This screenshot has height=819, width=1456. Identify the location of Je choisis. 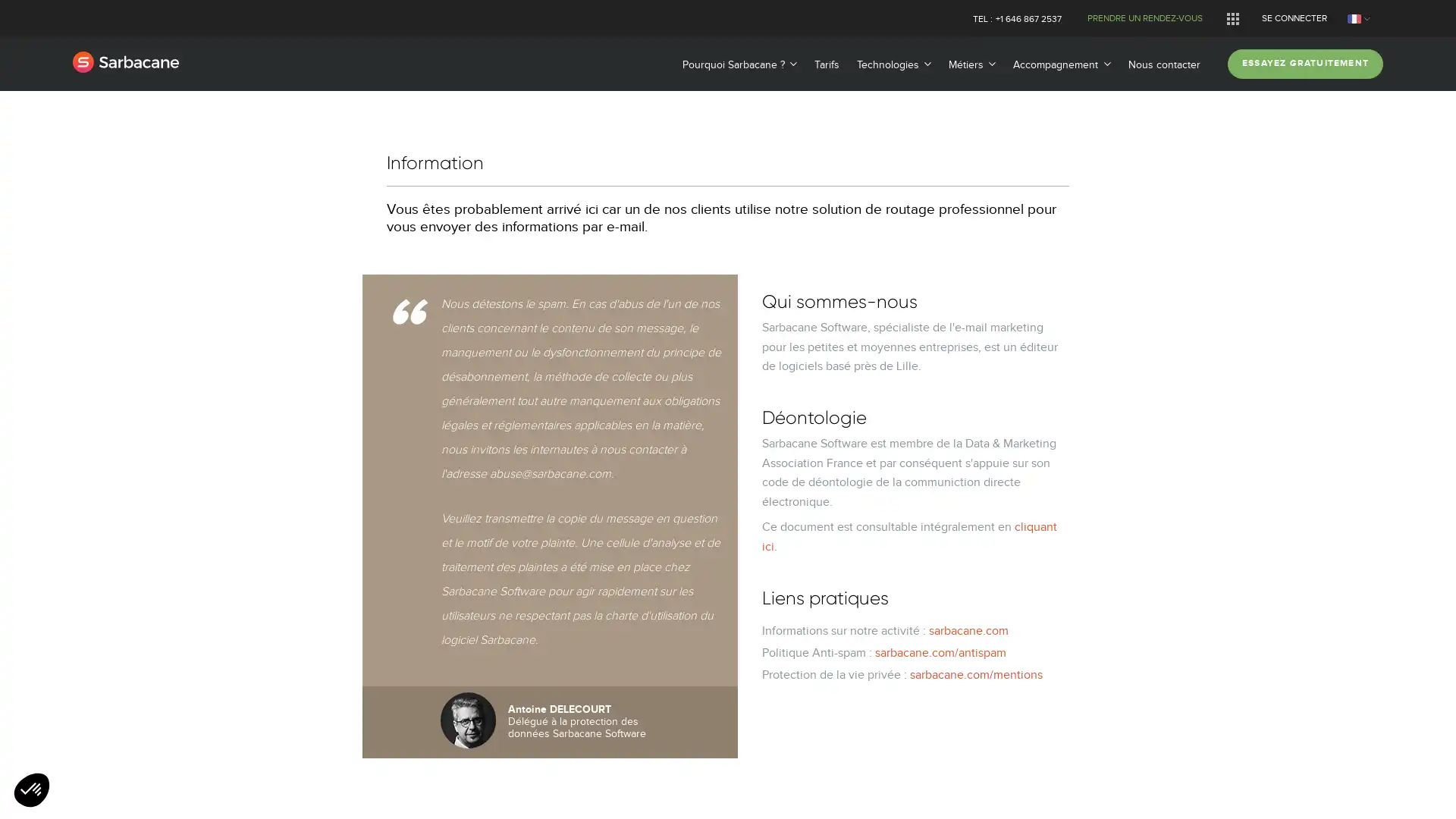
(728, 513).